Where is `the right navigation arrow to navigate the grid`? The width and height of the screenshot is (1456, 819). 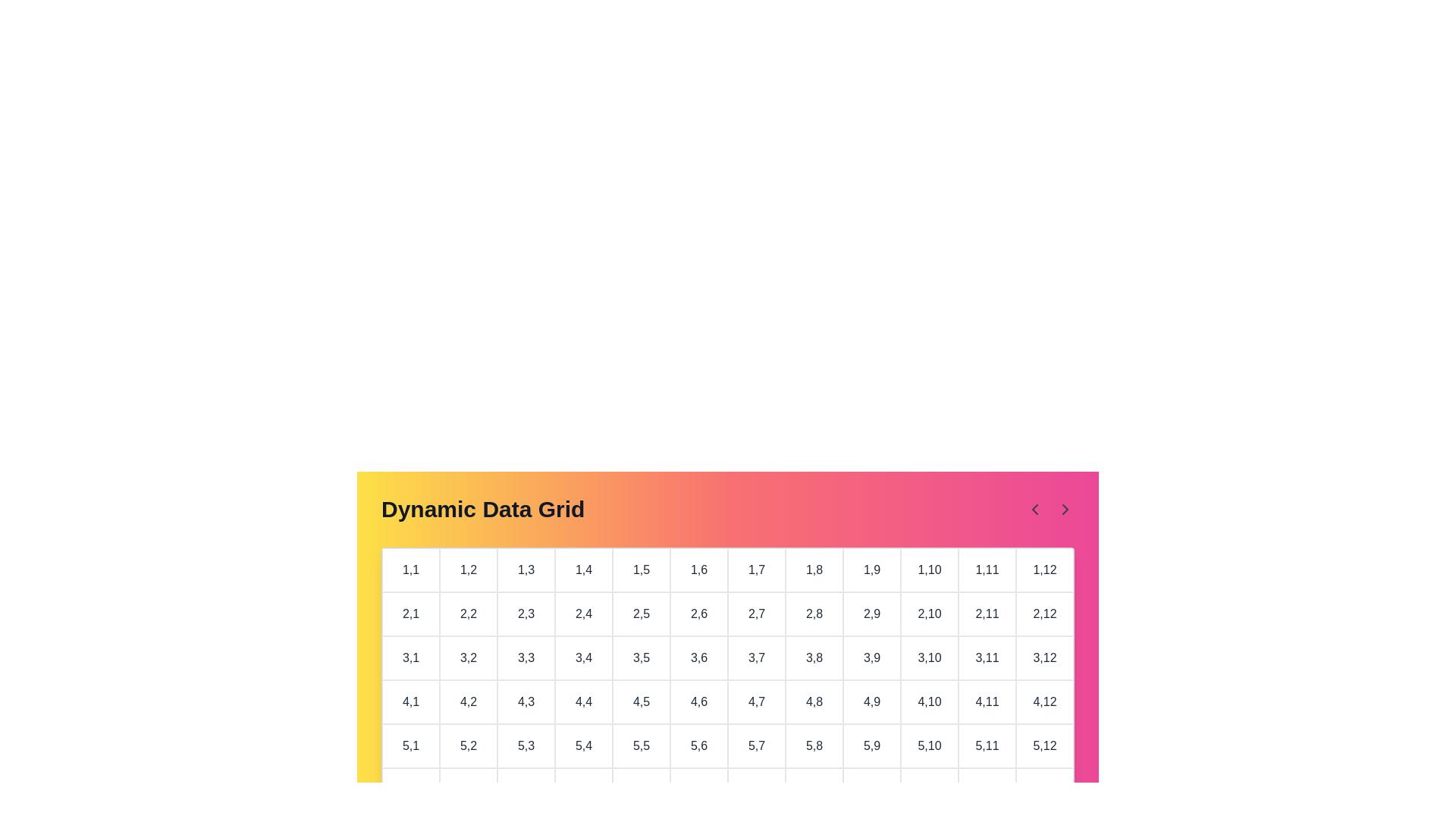 the right navigation arrow to navigate the grid is located at coordinates (1065, 509).